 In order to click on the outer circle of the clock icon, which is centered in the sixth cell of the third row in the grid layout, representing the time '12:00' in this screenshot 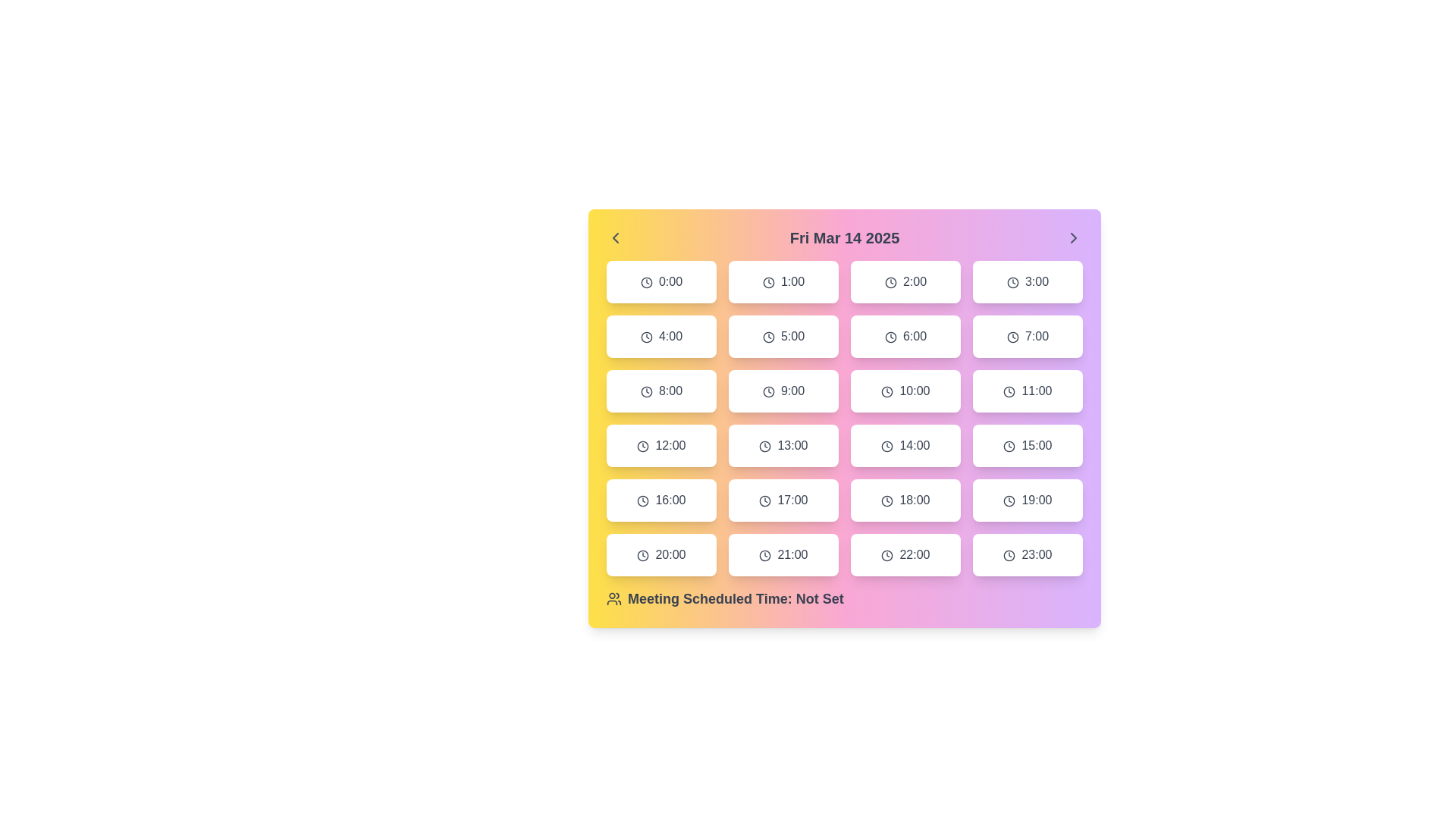, I will do `click(643, 445)`.